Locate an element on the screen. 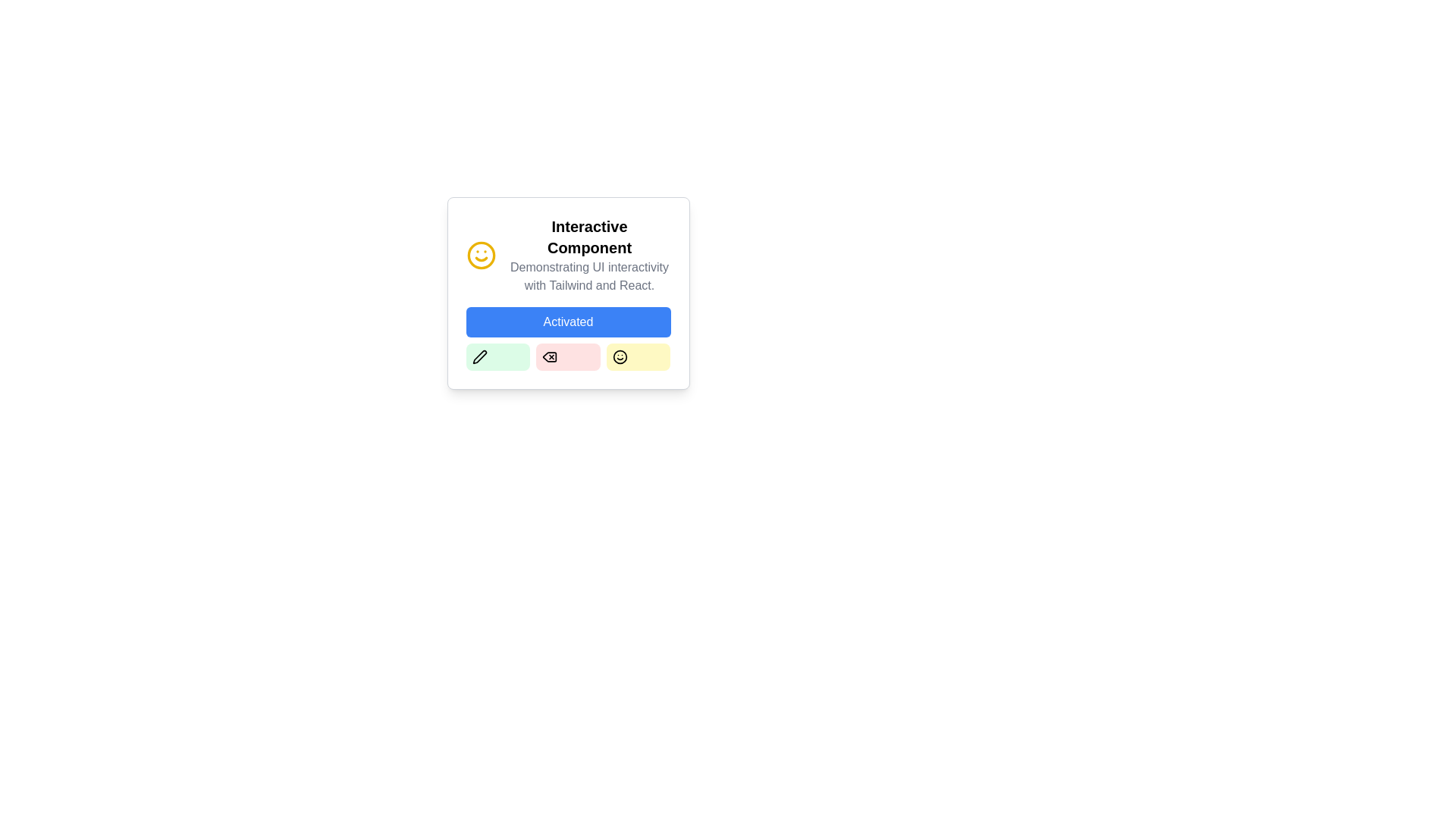  the text block containing the header 'Interactive Component' and the description 'Demonstrating UI interactivity with Tailwind and React.' is located at coordinates (588, 254).